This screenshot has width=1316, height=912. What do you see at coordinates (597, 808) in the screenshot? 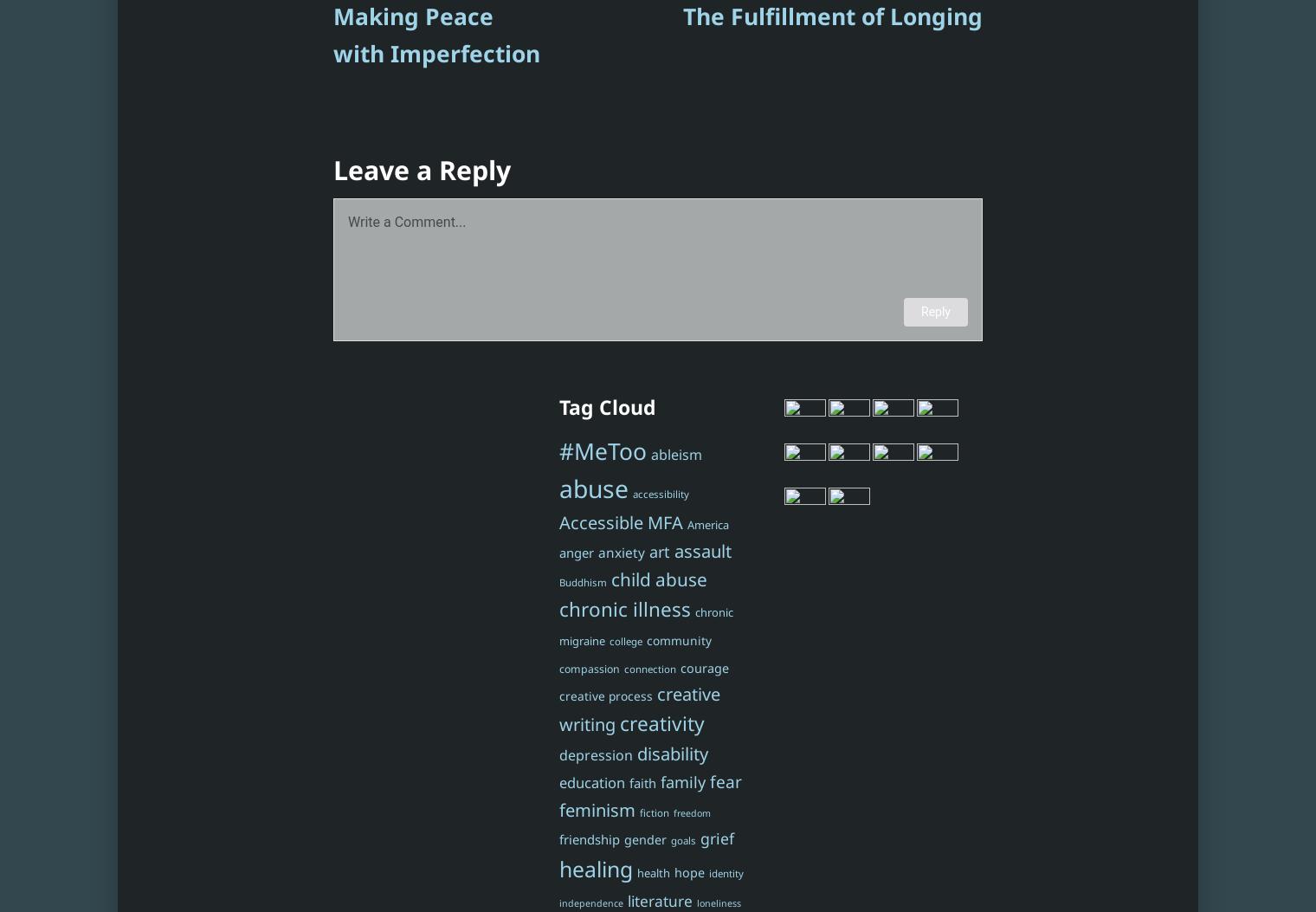
I see `'feminism'` at bounding box center [597, 808].